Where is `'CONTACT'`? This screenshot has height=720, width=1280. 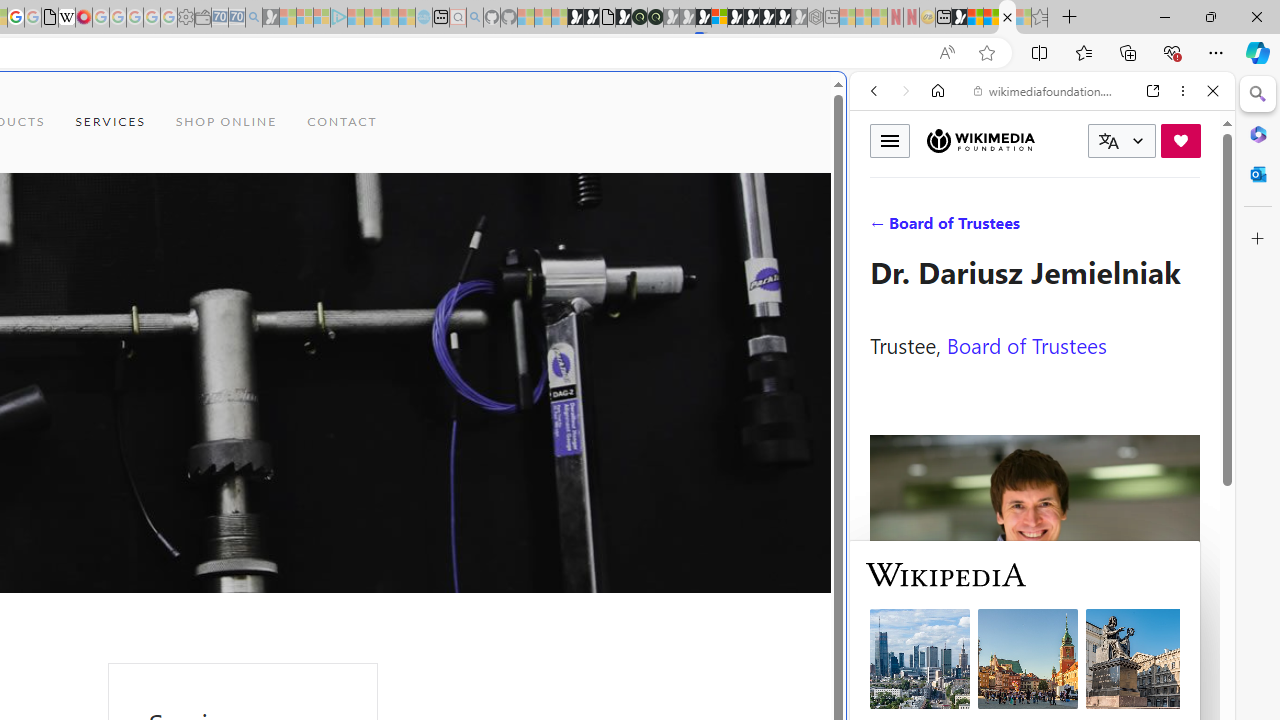
'CONTACT' is located at coordinates (342, 122).